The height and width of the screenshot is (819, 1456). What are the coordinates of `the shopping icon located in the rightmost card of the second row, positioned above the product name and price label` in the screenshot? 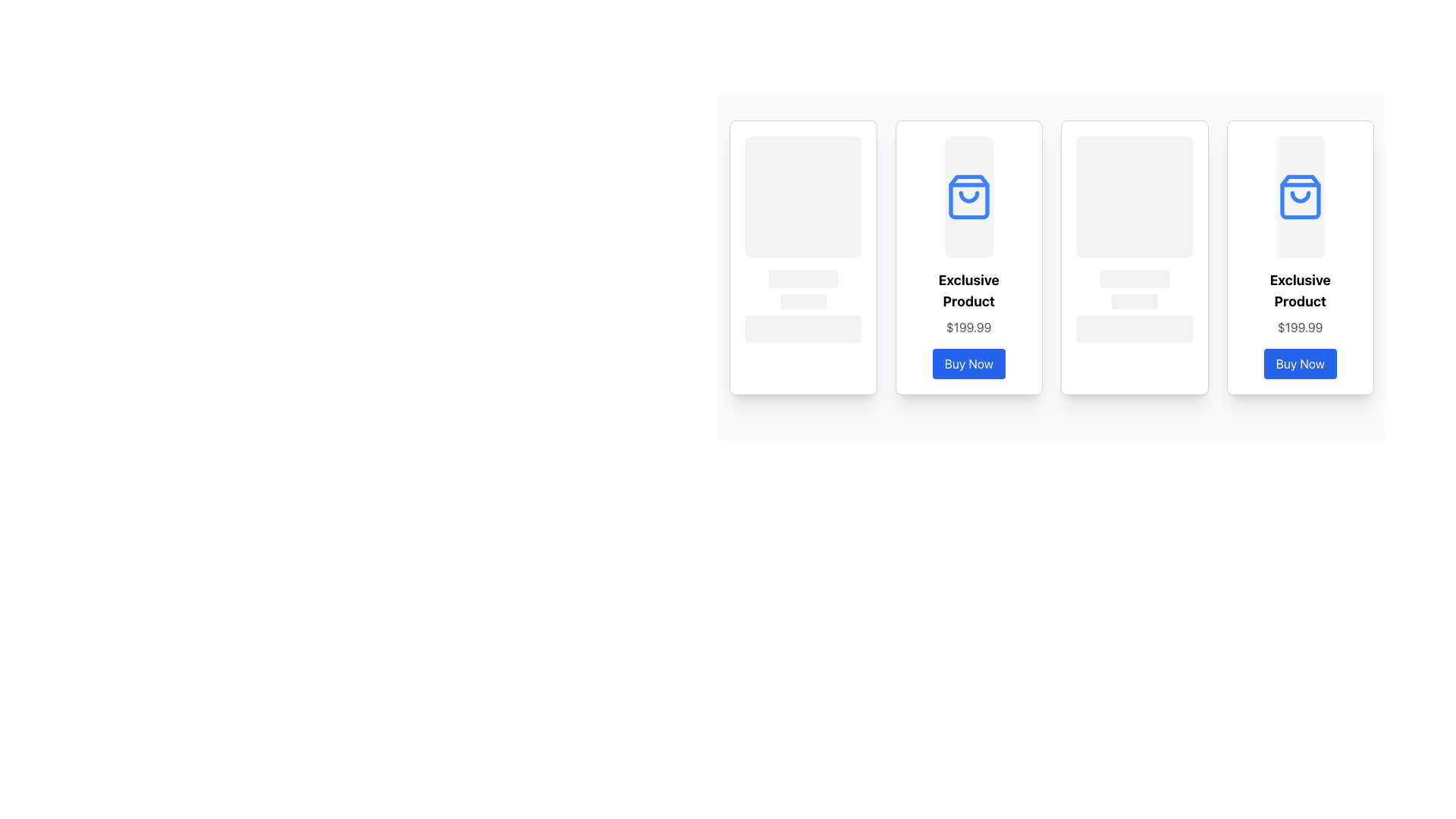 It's located at (1299, 196).